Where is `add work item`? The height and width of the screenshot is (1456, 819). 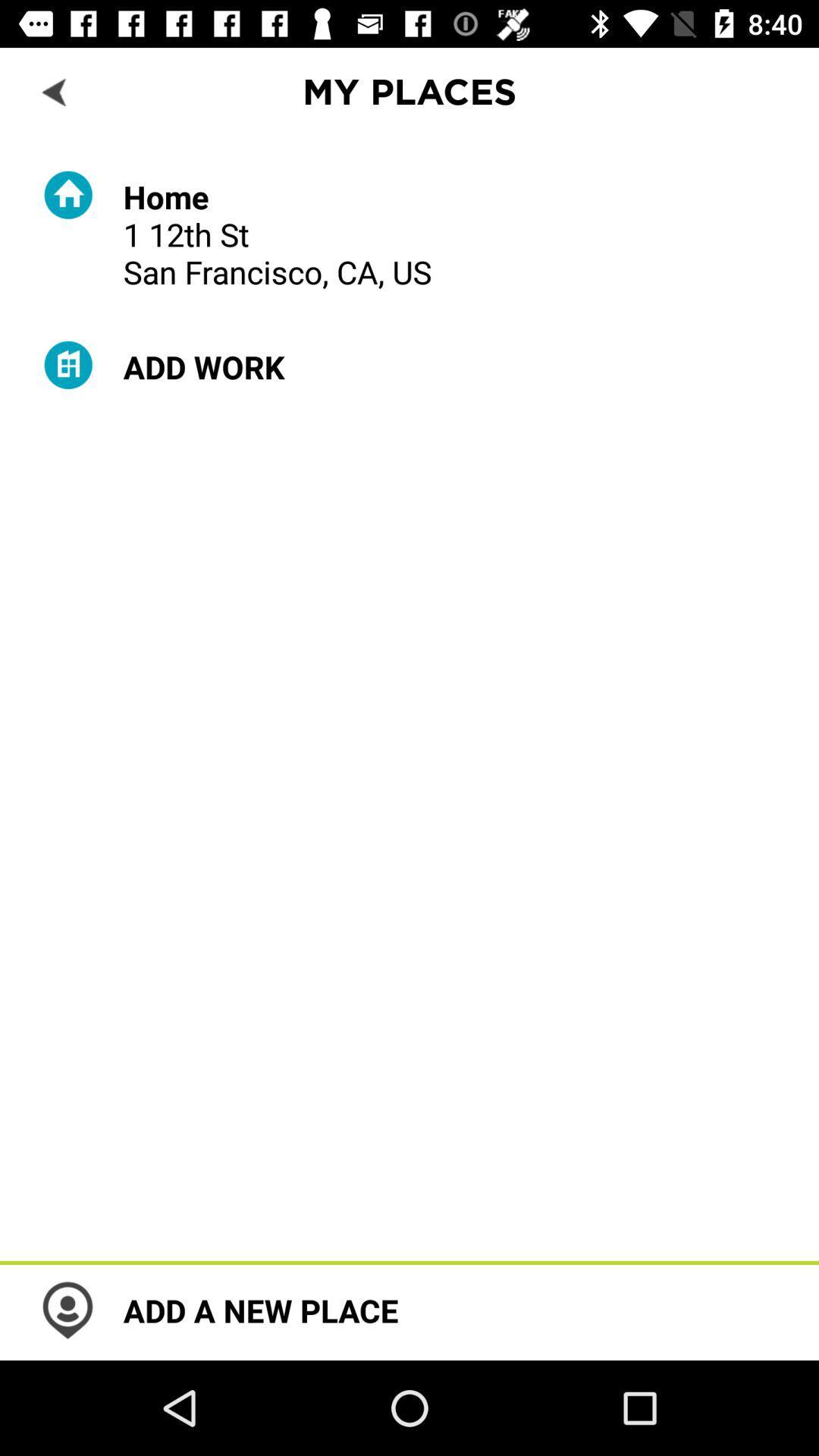
add work item is located at coordinates (203, 366).